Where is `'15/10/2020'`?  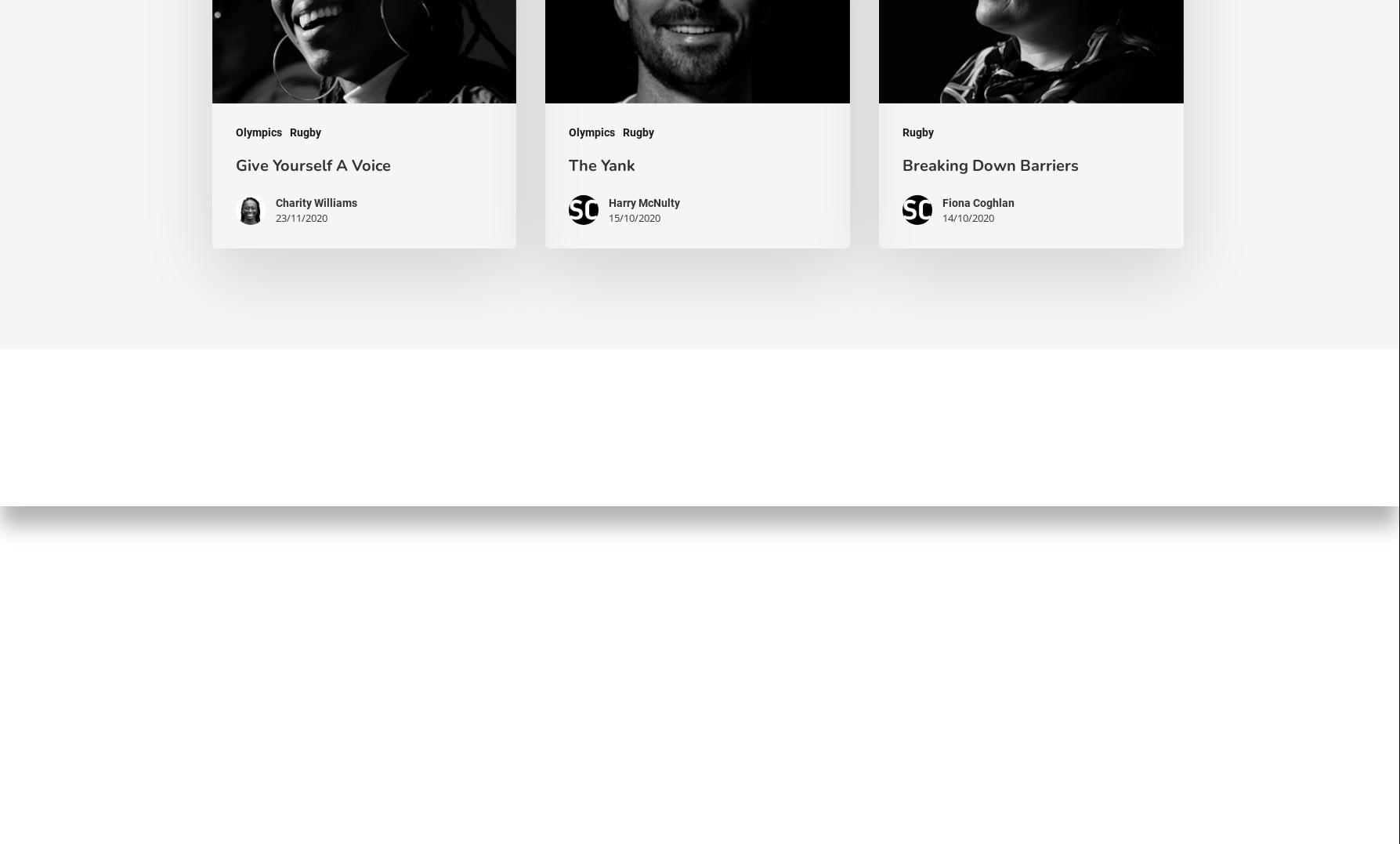
'15/10/2020' is located at coordinates (635, 216).